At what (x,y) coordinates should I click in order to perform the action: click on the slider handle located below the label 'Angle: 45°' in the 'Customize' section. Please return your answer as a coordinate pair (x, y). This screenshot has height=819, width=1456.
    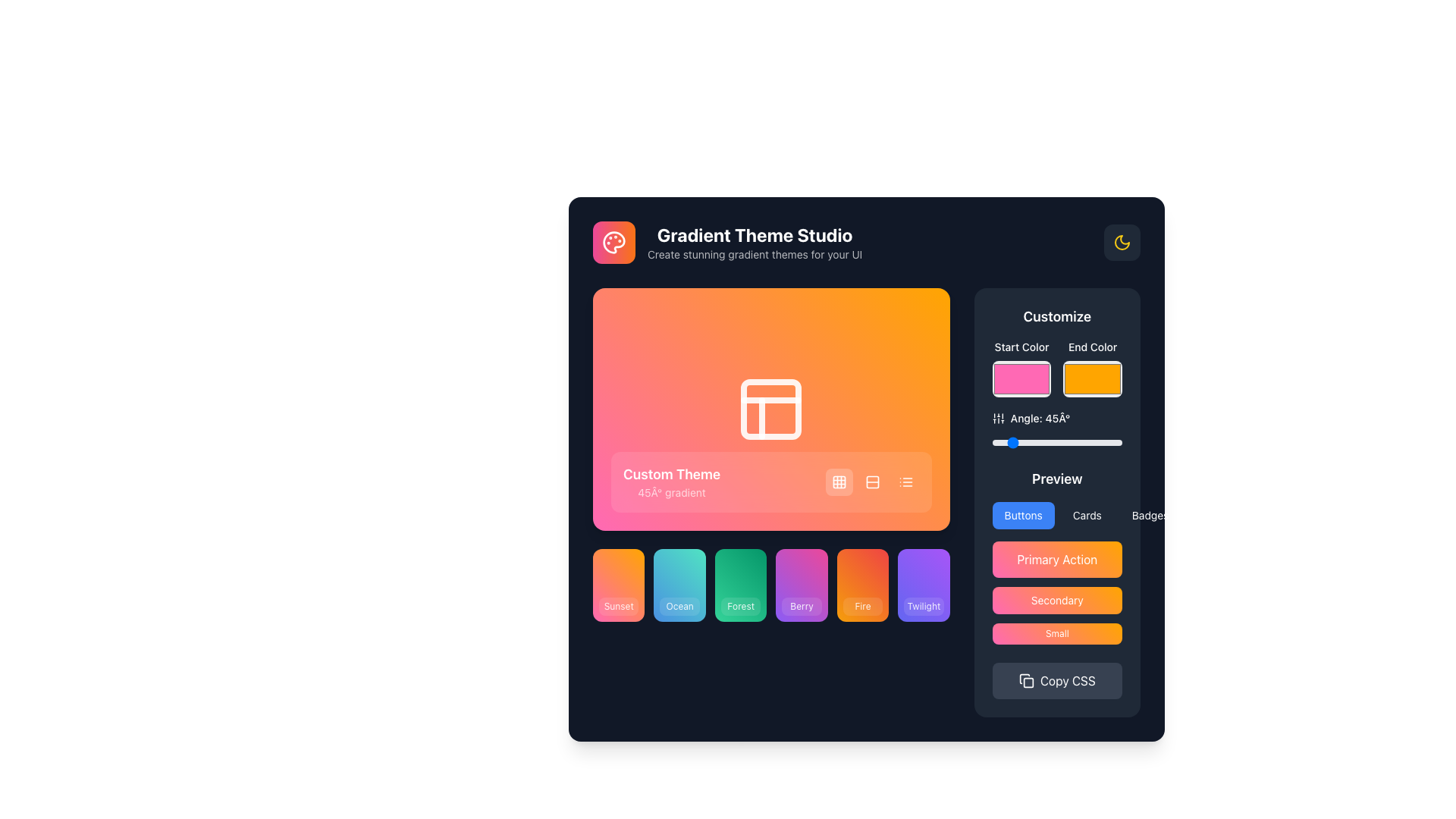
    Looking at the image, I should click on (1056, 442).